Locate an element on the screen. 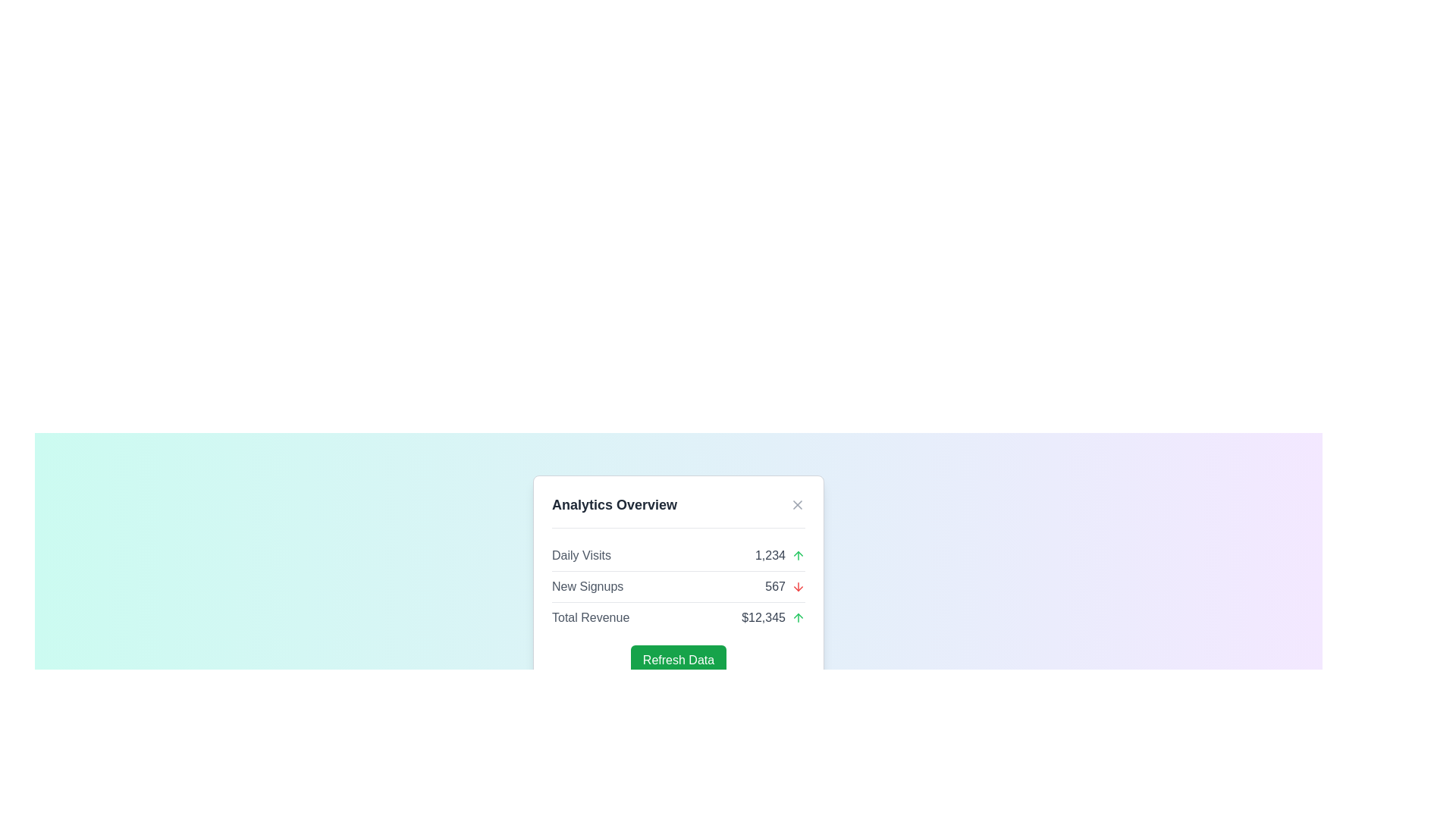  the refresh button located at the bottom of the 'Analytics Overview' card to refresh the displayed analytics data is located at coordinates (677, 660).